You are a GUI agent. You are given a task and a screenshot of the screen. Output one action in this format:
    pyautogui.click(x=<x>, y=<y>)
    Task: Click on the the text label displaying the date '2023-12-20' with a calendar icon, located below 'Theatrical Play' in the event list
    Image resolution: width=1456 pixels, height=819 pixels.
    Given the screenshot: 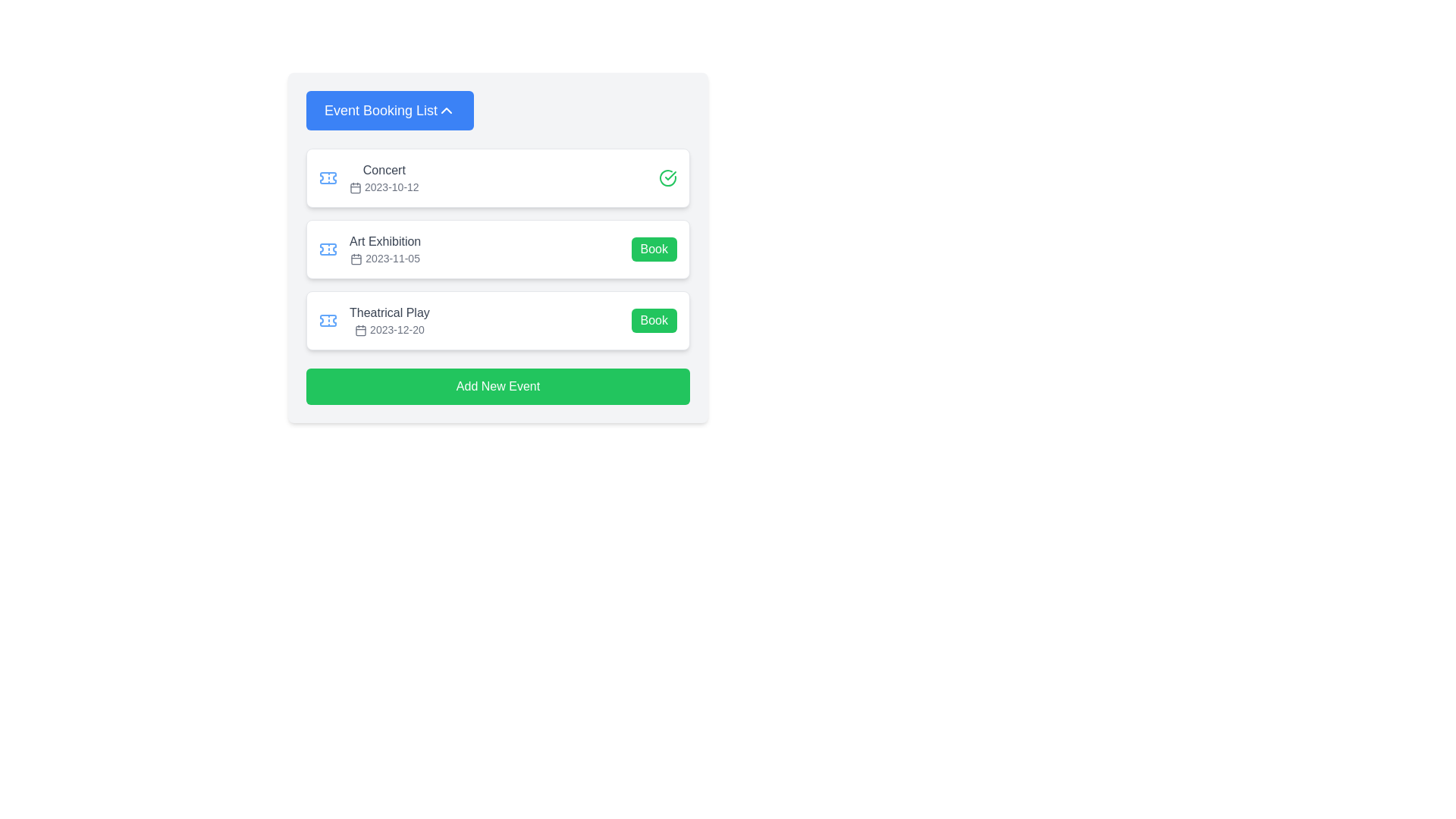 What is the action you would take?
    pyautogui.click(x=389, y=329)
    